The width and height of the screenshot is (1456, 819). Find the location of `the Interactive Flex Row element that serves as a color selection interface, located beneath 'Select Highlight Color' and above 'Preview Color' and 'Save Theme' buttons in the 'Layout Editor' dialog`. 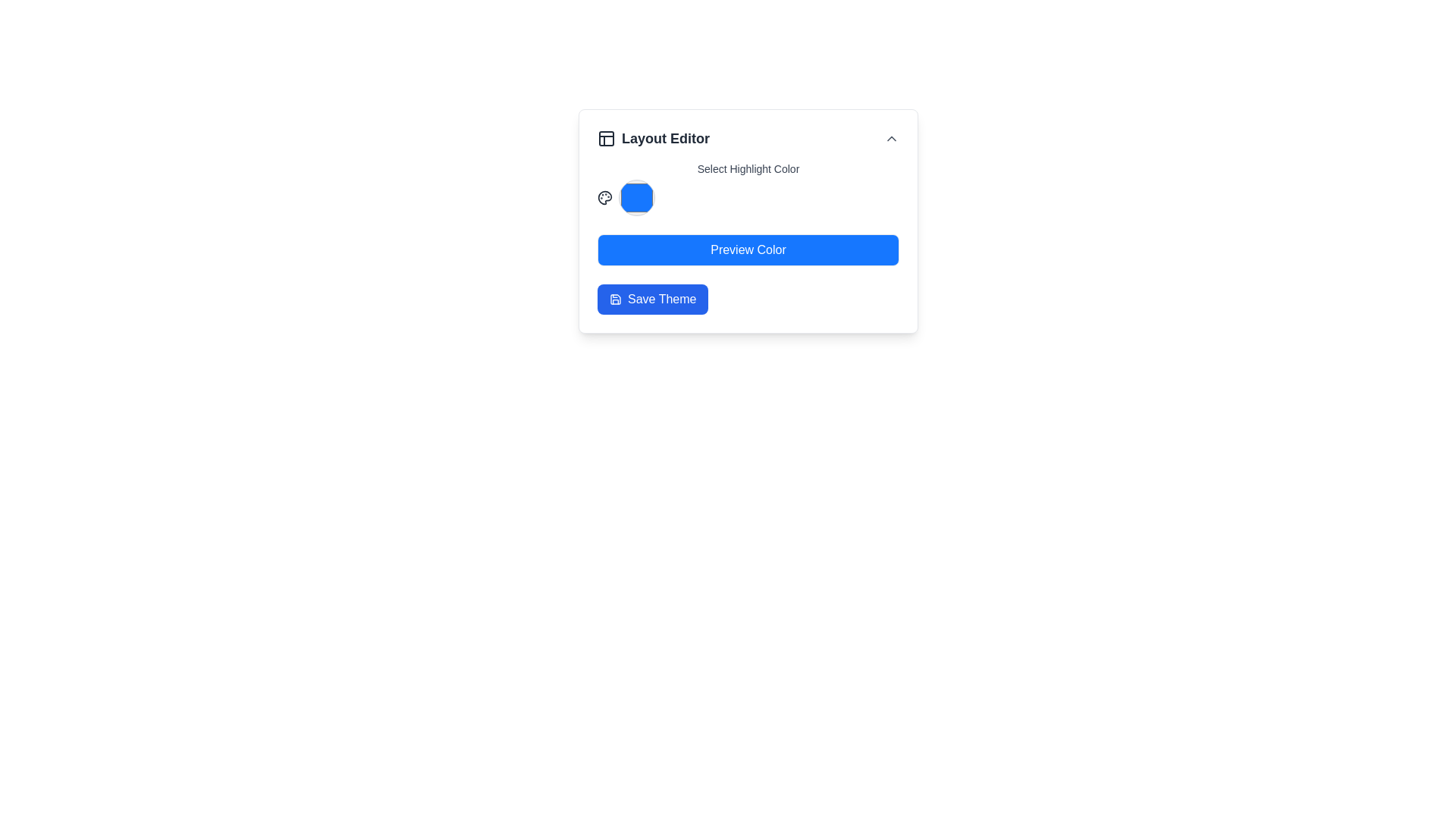

the Interactive Flex Row element that serves as a color selection interface, located beneath 'Select Highlight Color' and above 'Preview Color' and 'Save Theme' buttons in the 'Layout Editor' dialog is located at coordinates (748, 197).